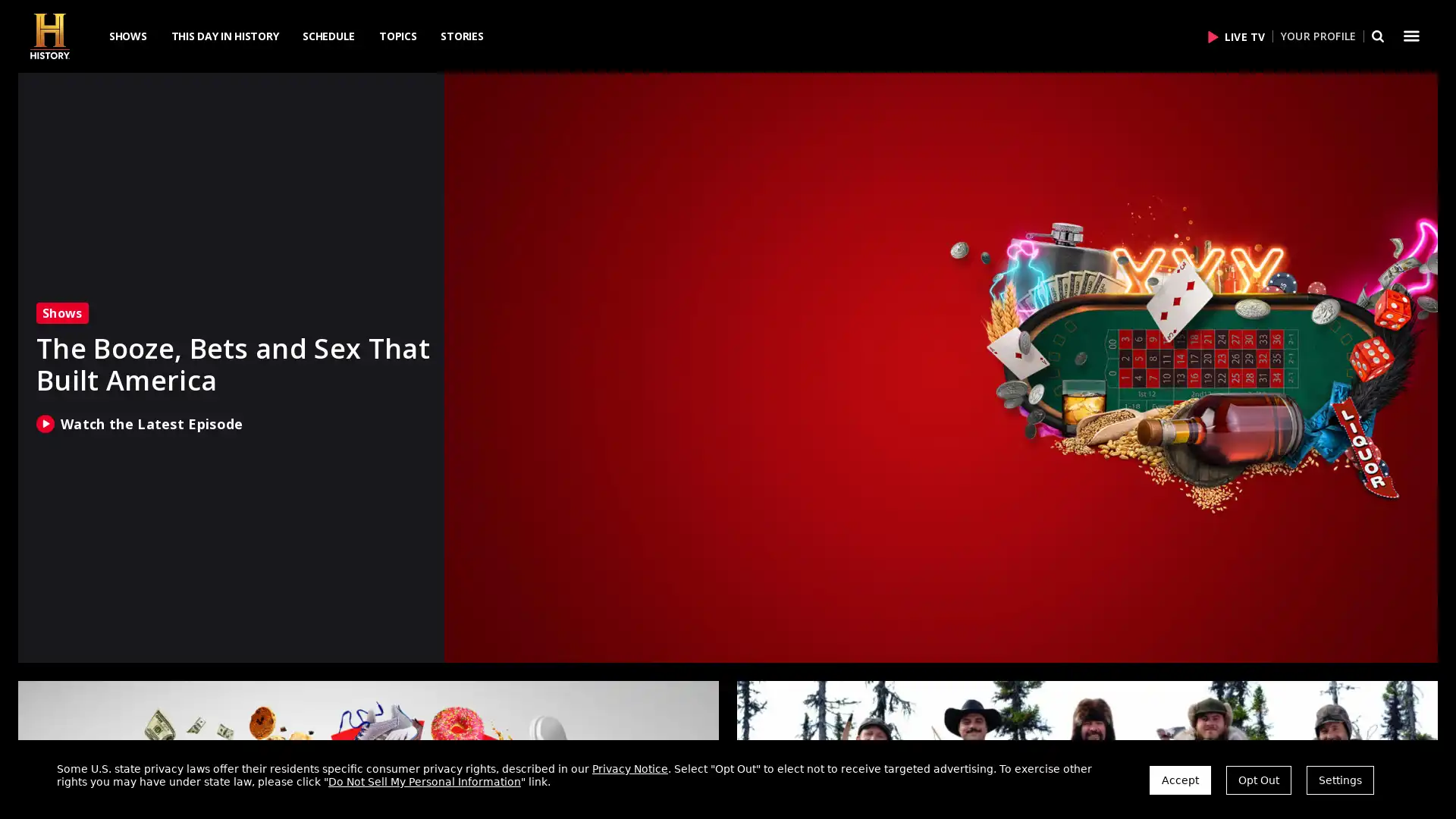 The width and height of the screenshot is (1456, 819). What do you see at coordinates (461, 35) in the screenshot?
I see `STORIES` at bounding box center [461, 35].